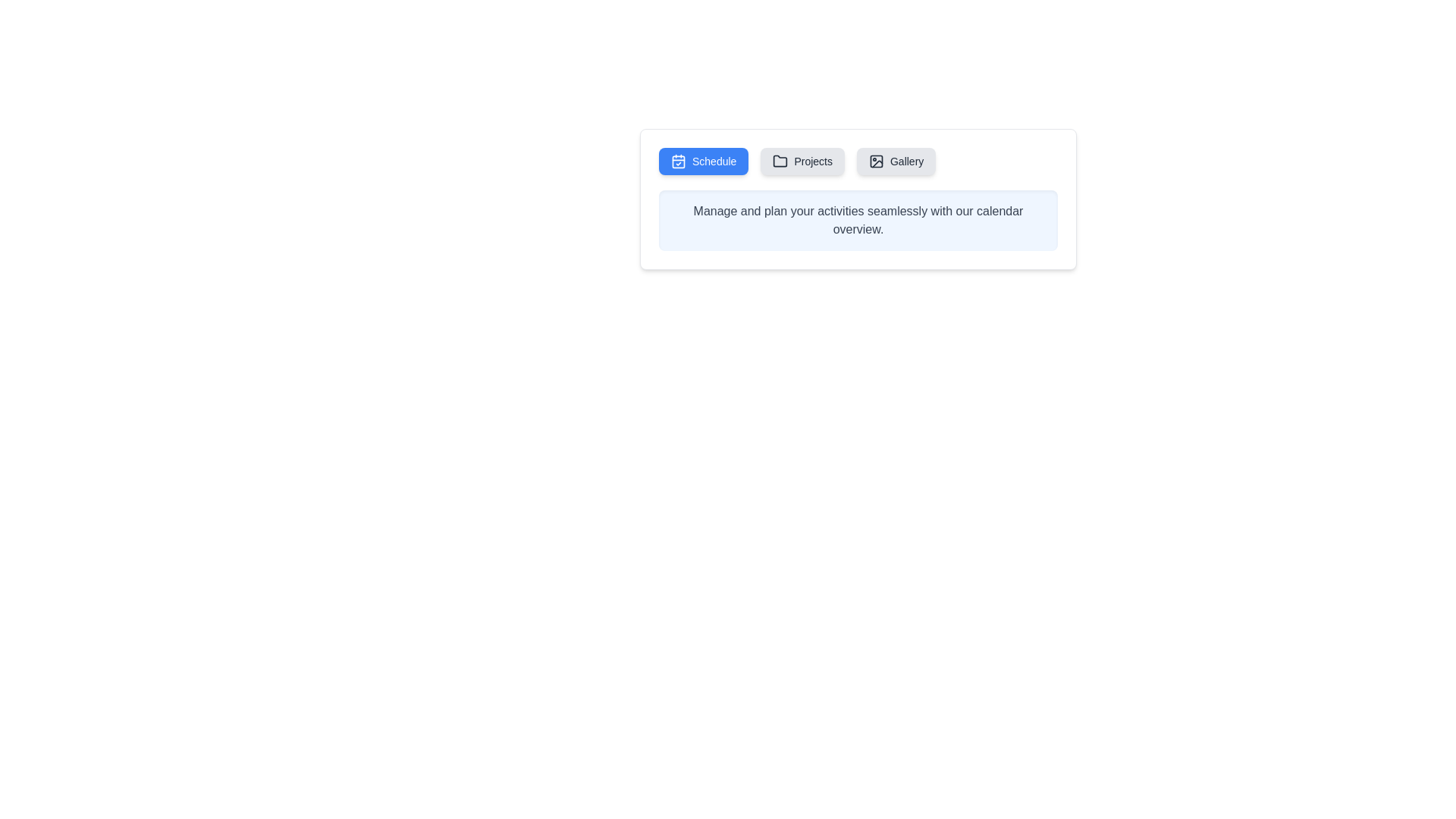 The height and width of the screenshot is (819, 1456). I want to click on the tab labeled Schedule to view its content, so click(702, 161).